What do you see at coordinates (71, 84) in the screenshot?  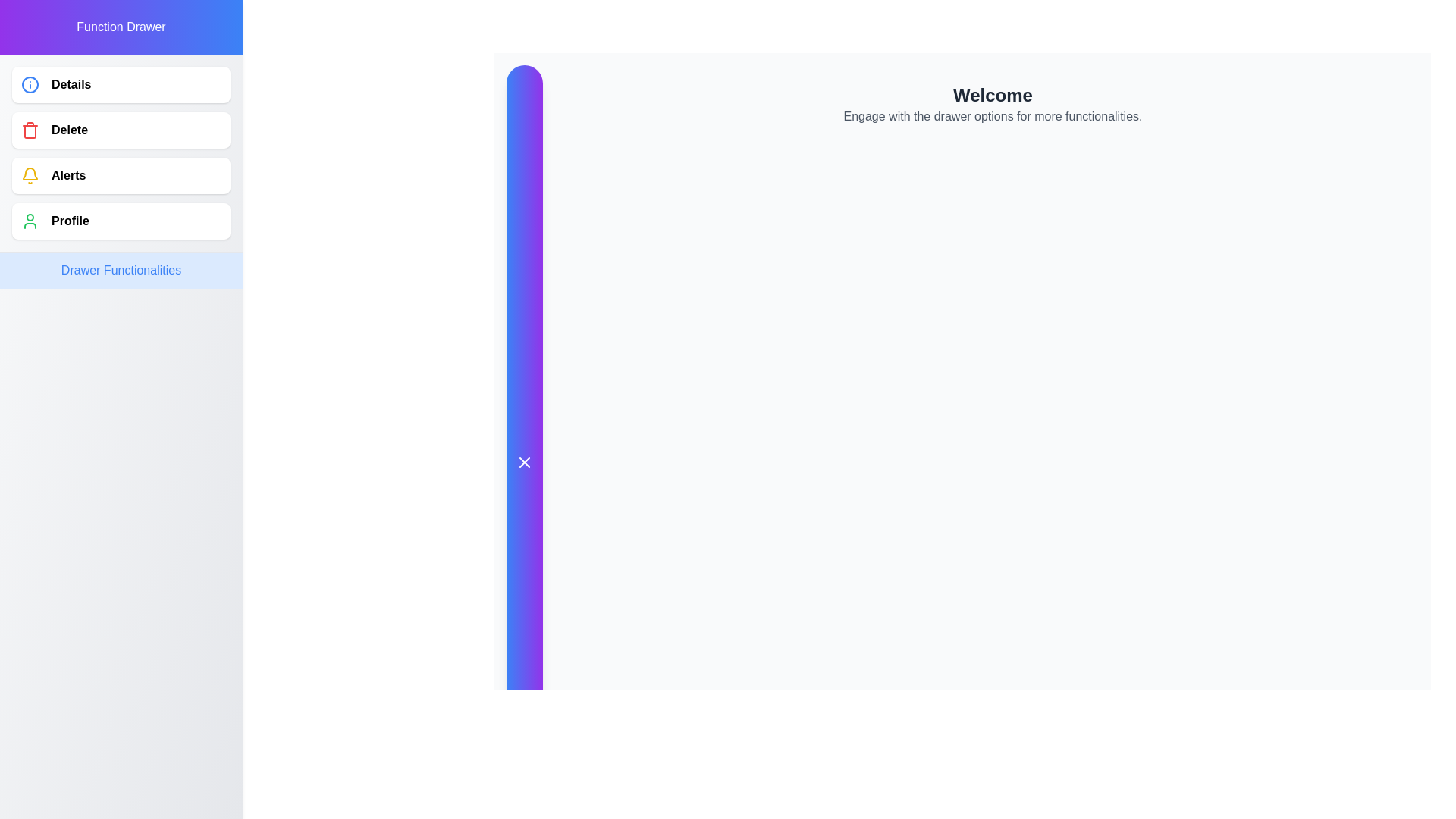 I see `the 'Details' text label in the side navigation drawer, which is located to the right of the blue information icon` at bounding box center [71, 84].